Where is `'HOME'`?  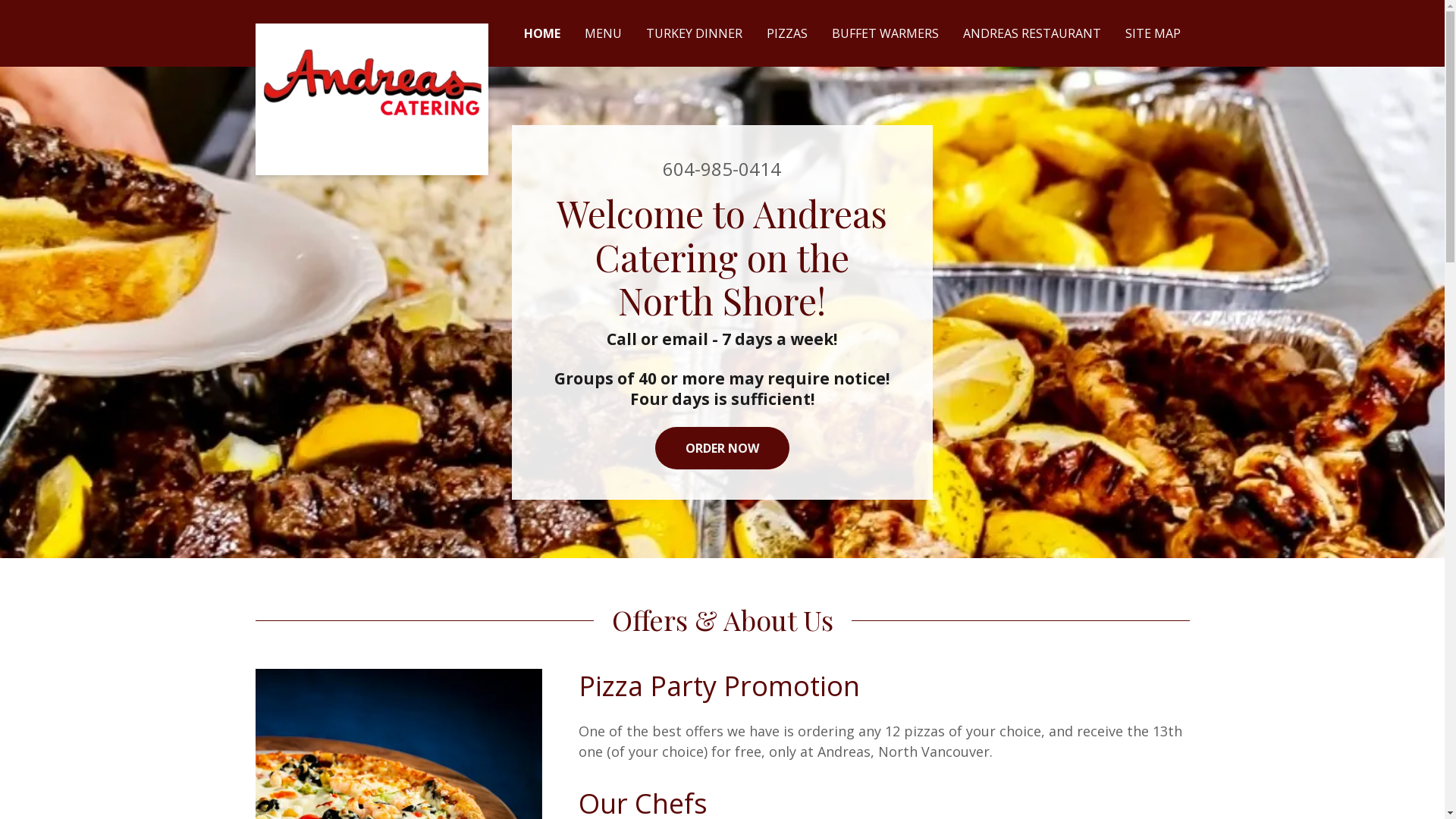
'HOME' is located at coordinates (541, 33).